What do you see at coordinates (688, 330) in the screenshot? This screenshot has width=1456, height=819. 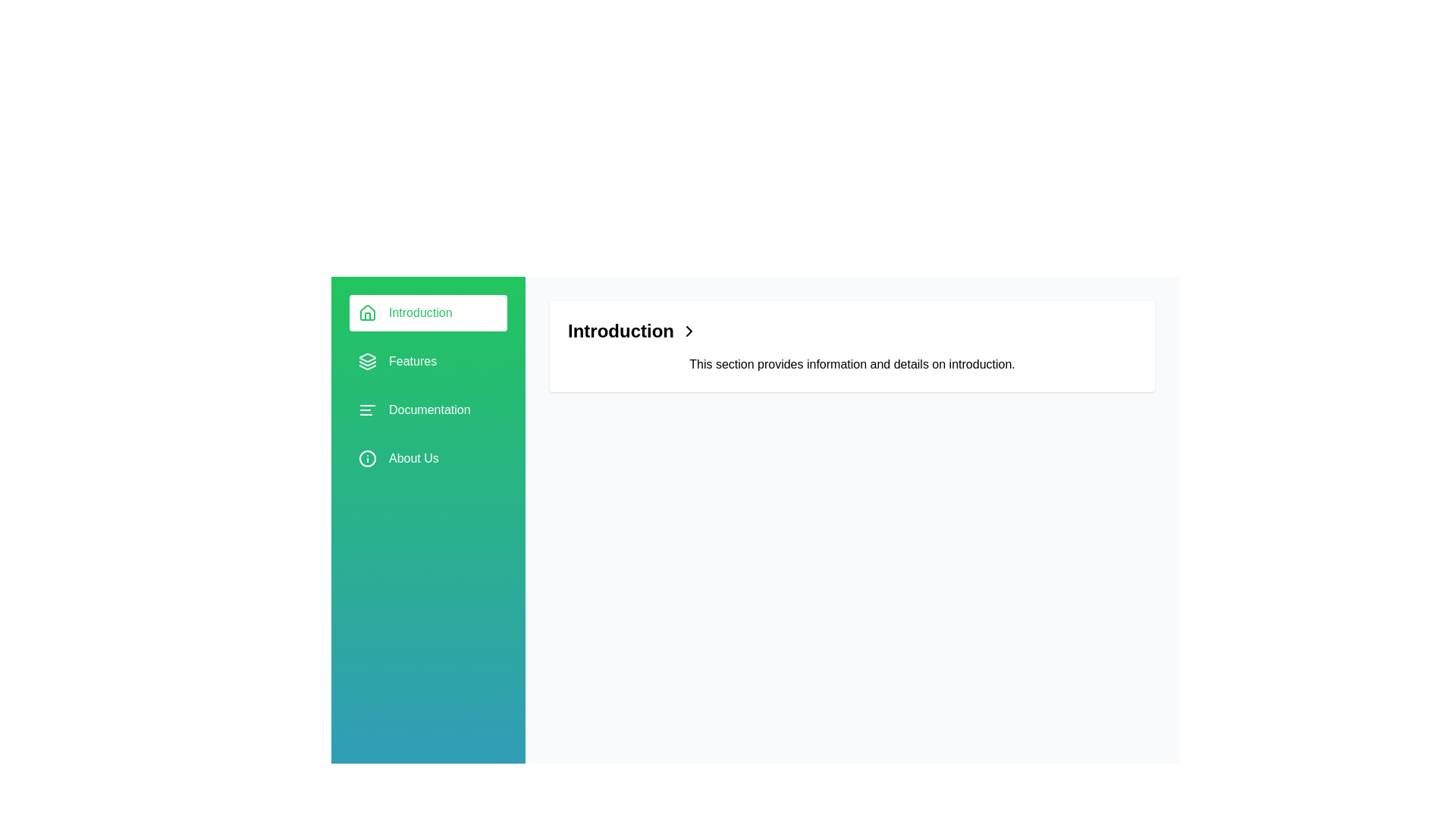 I see `the Chevron icon` at bounding box center [688, 330].